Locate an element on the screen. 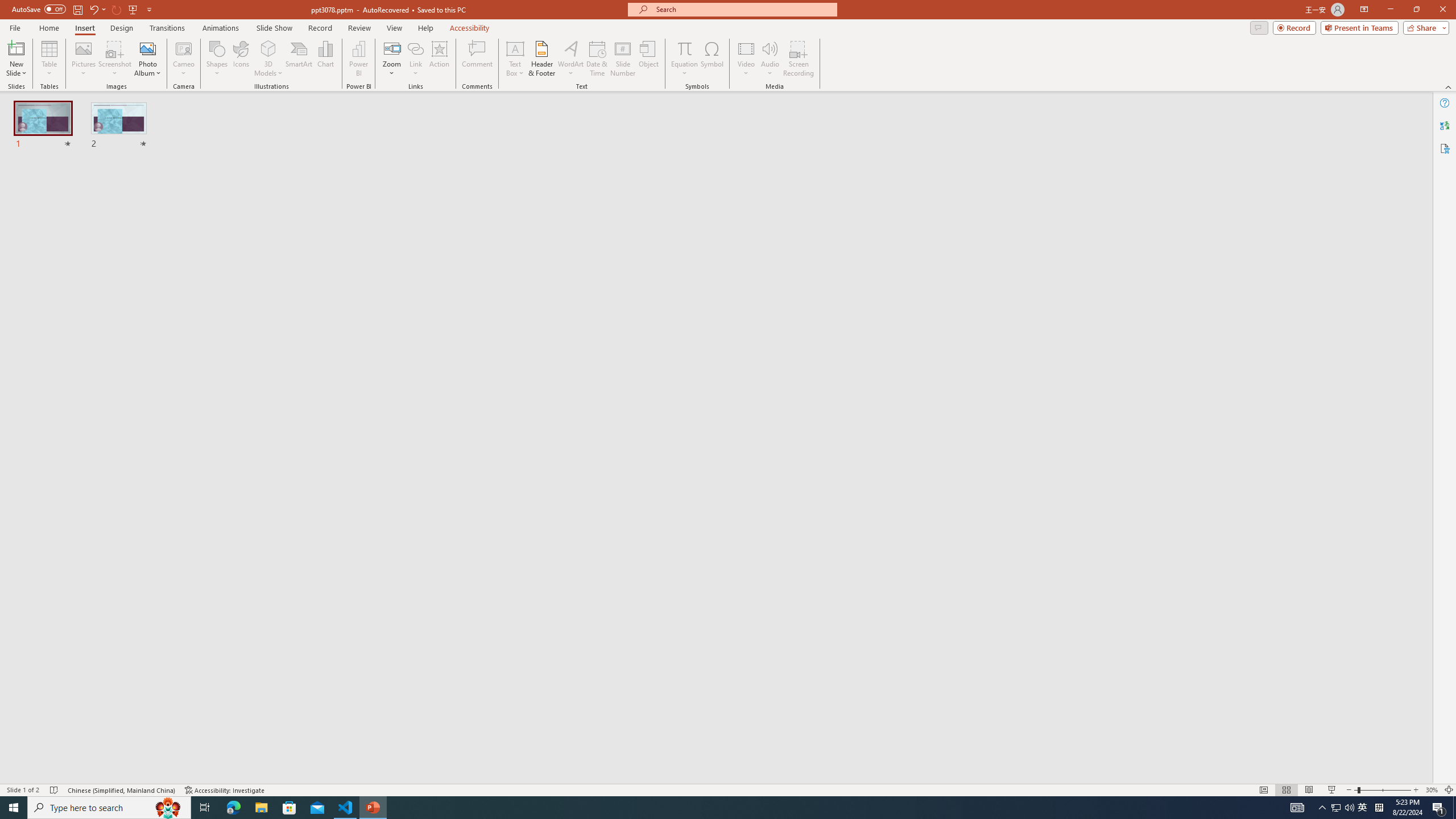  'Chart...' is located at coordinates (325, 59).